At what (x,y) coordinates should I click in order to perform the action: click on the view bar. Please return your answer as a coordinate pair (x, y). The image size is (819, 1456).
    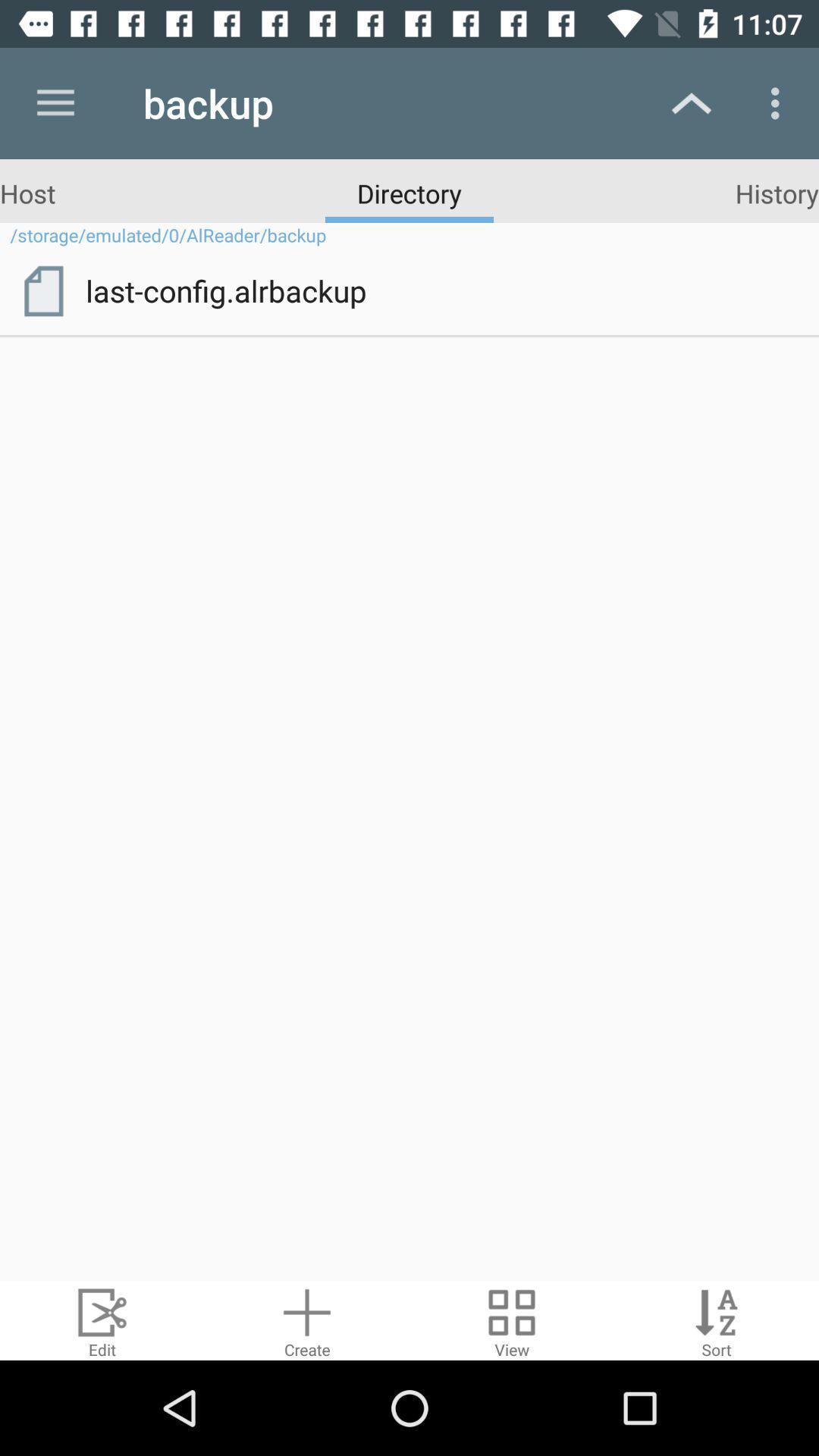
    Looking at the image, I should click on (512, 1319).